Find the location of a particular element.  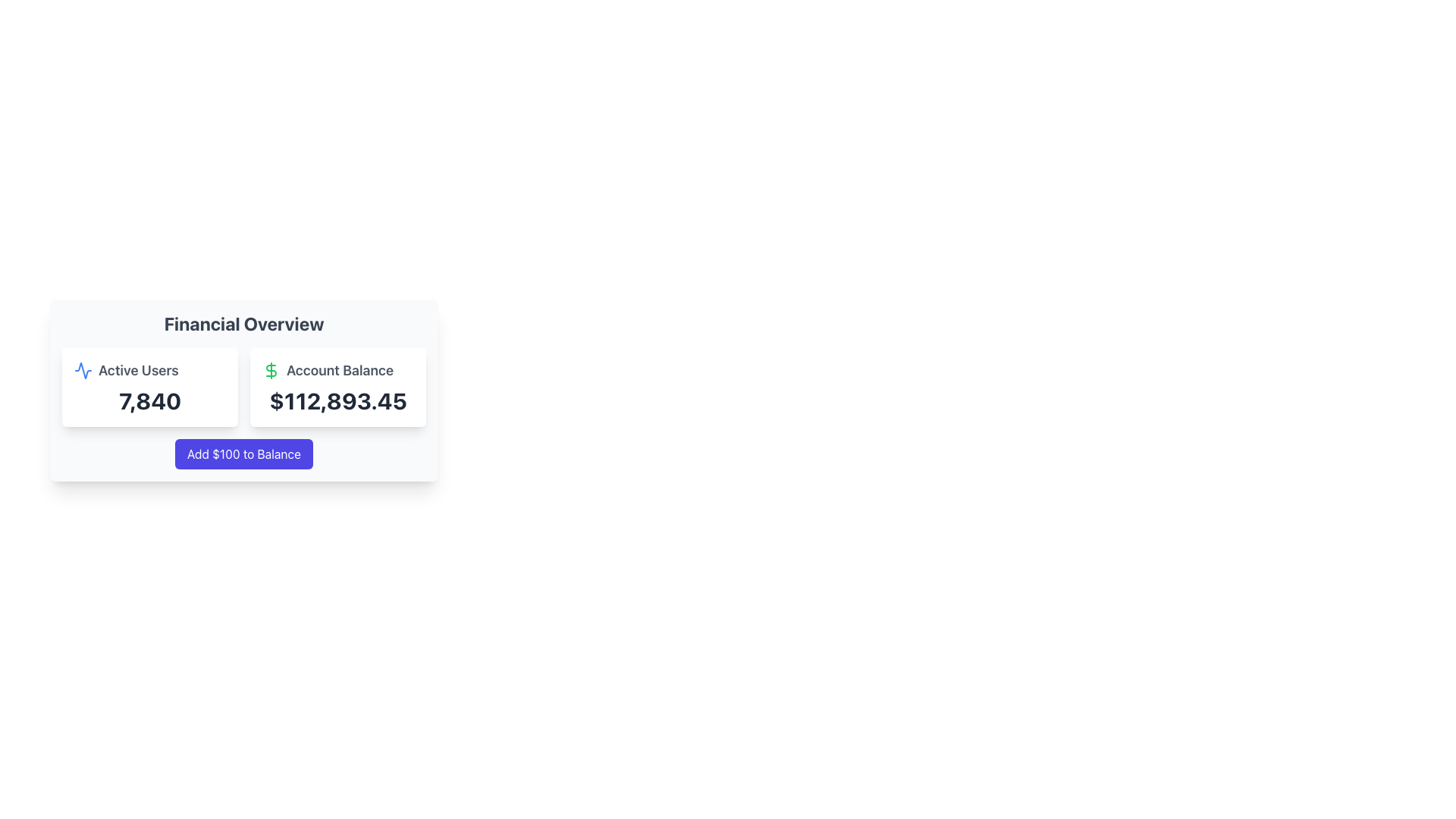

within the Data Display element to highlight the 'Active Users' and 'Account Balance' information is located at coordinates (243, 386).